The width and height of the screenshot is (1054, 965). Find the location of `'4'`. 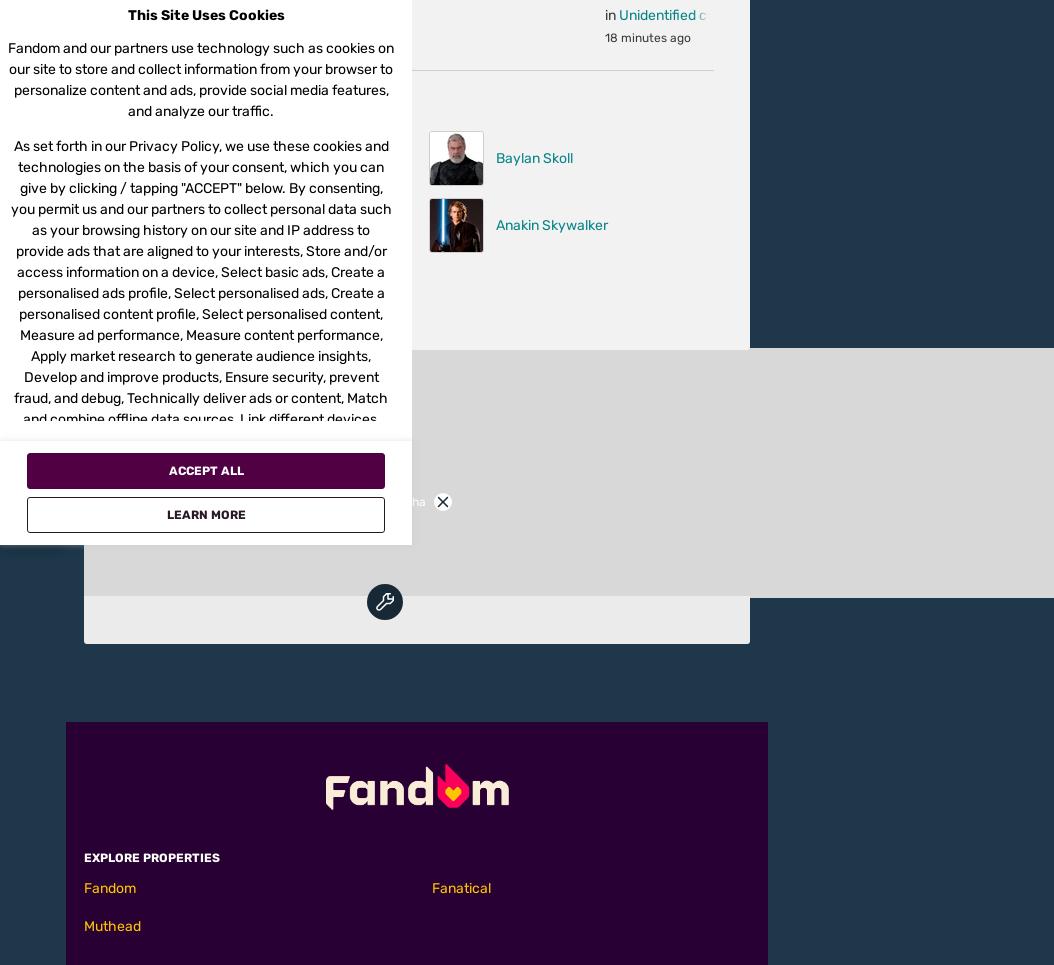

'4' is located at coordinates (248, 271).